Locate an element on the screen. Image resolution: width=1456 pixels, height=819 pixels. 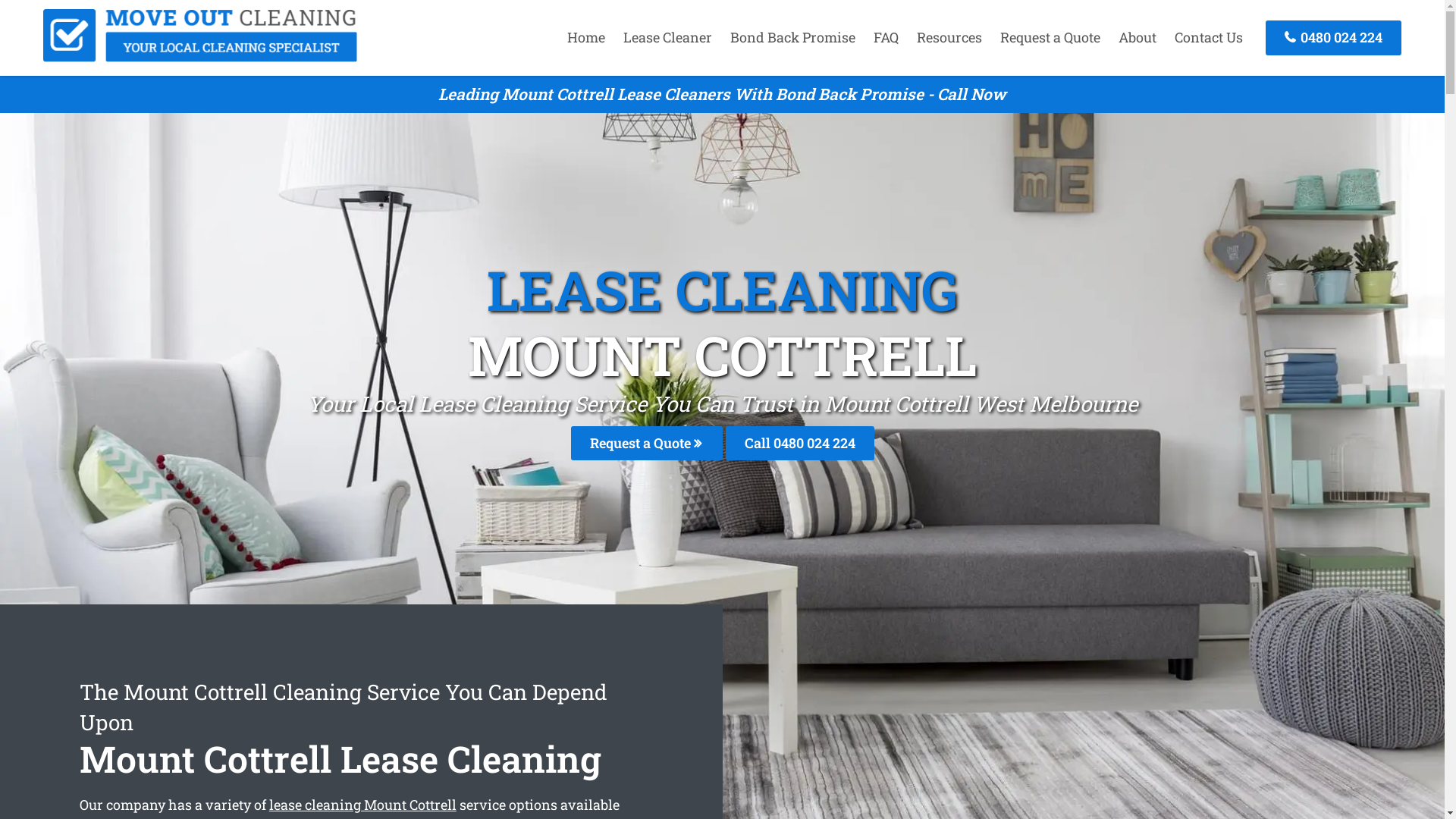
'Home' is located at coordinates (585, 36).